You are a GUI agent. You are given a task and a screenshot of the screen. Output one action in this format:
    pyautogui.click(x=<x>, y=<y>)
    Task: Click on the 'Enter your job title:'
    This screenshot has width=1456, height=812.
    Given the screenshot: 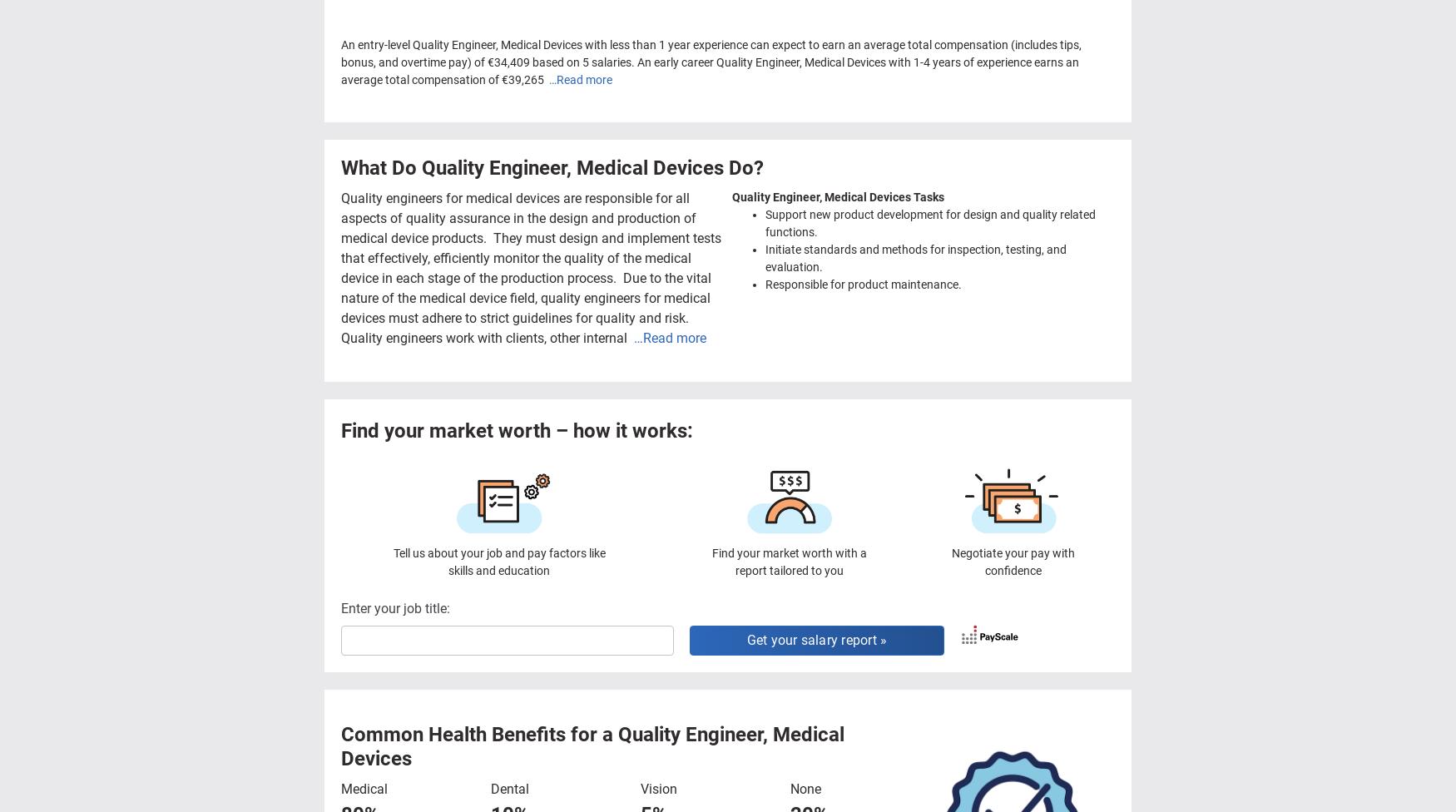 What is the action you would take?
    pyautogui.click(x=395, y=607)
    